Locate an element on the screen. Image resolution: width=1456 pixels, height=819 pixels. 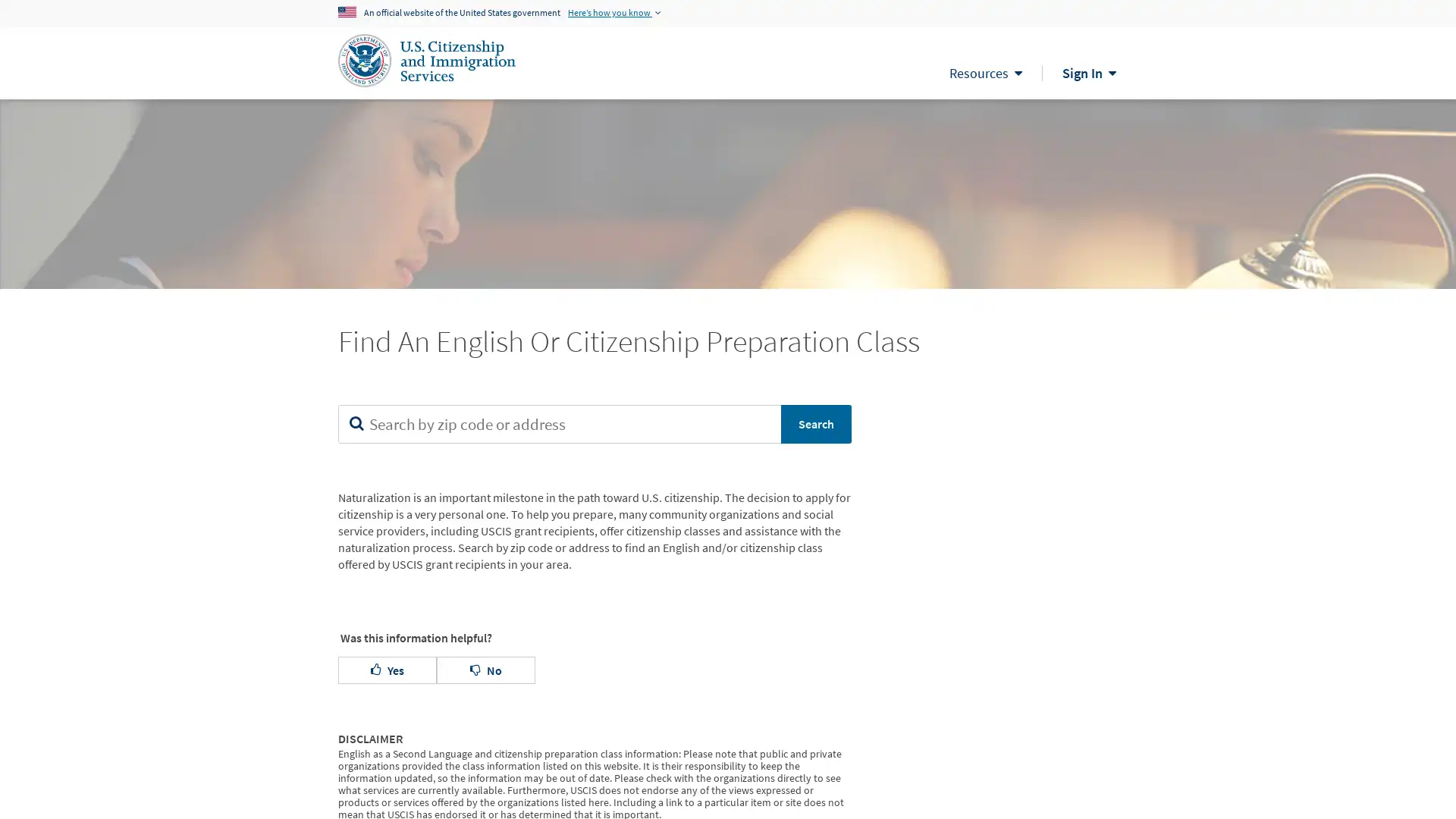
Yes is located at coordinates (387, 669).